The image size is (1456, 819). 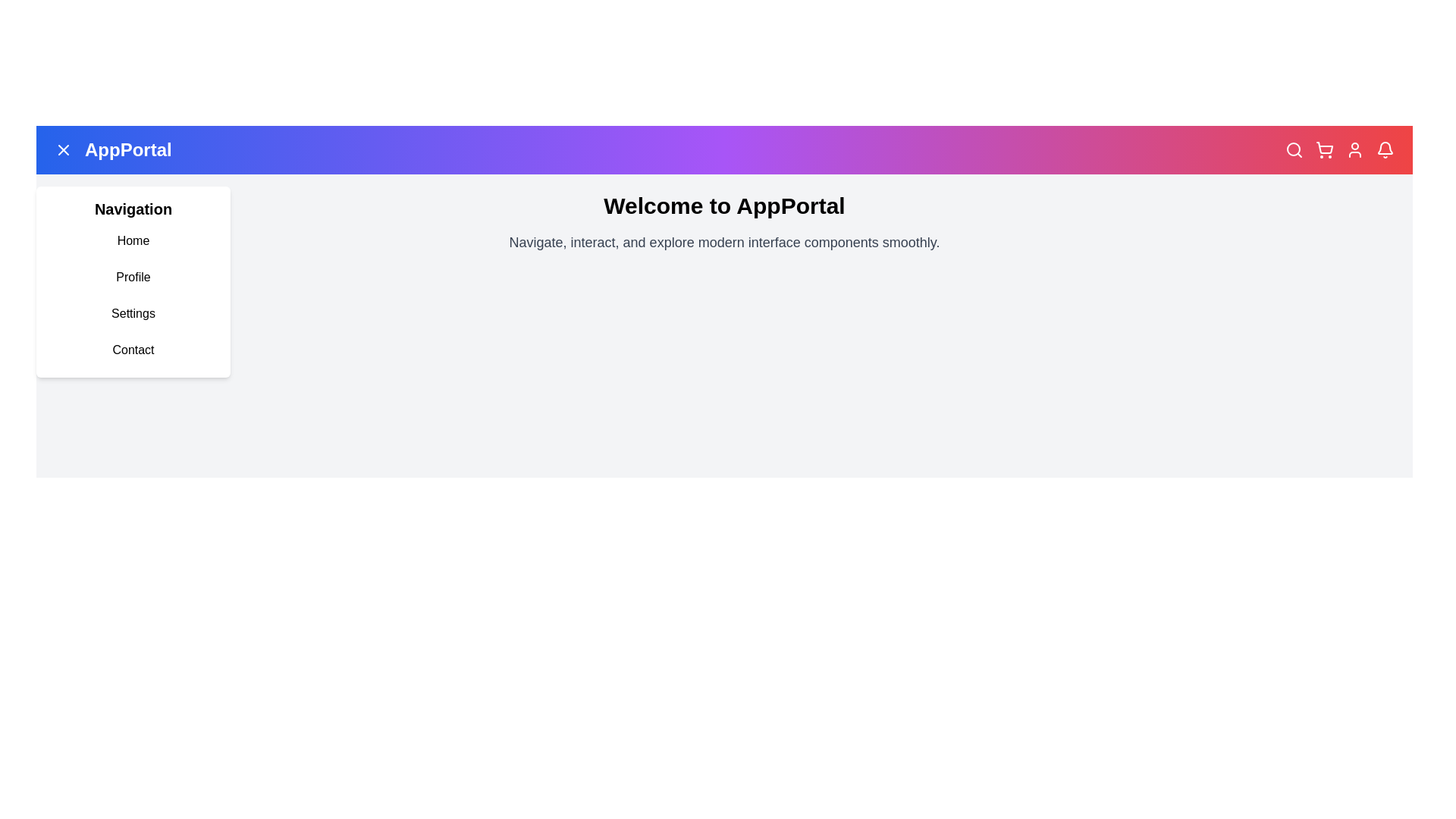 What do you see at coordinates (1324, 149) in the screenshot?
I see `the shopping cart icon located in the top bar of the interface` at bounding box center [1324, 149].